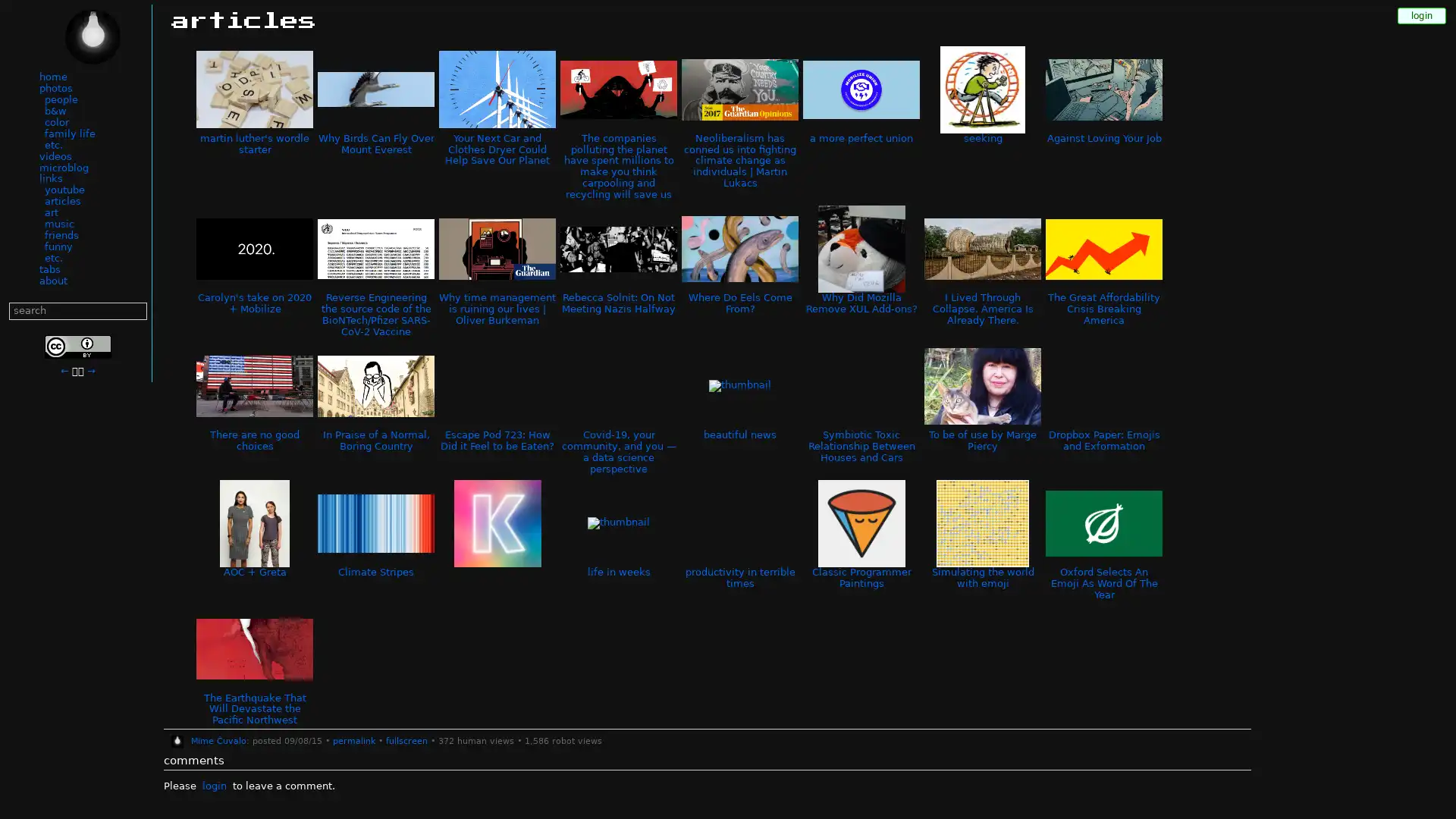 This screenshot has height=819, width=1456. Describe the element at coordinates (406, 741) in the screenshot. I see `fullscreen` at that location.